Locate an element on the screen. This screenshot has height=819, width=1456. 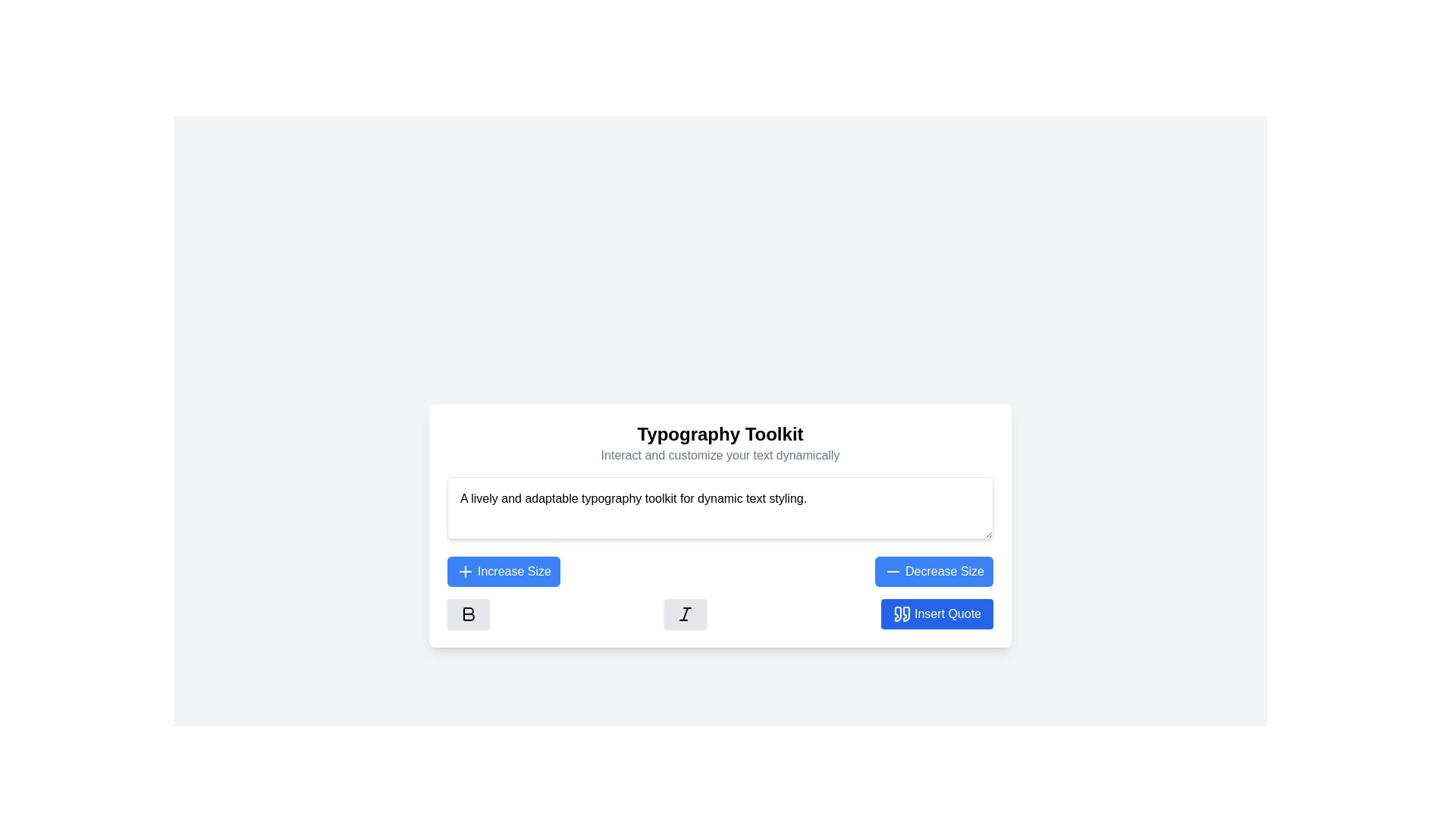
the 'Insert Quote' icon located to the left of the text label in the bottom-right corner of the main interactive interface is located at coordinates (902, 613).